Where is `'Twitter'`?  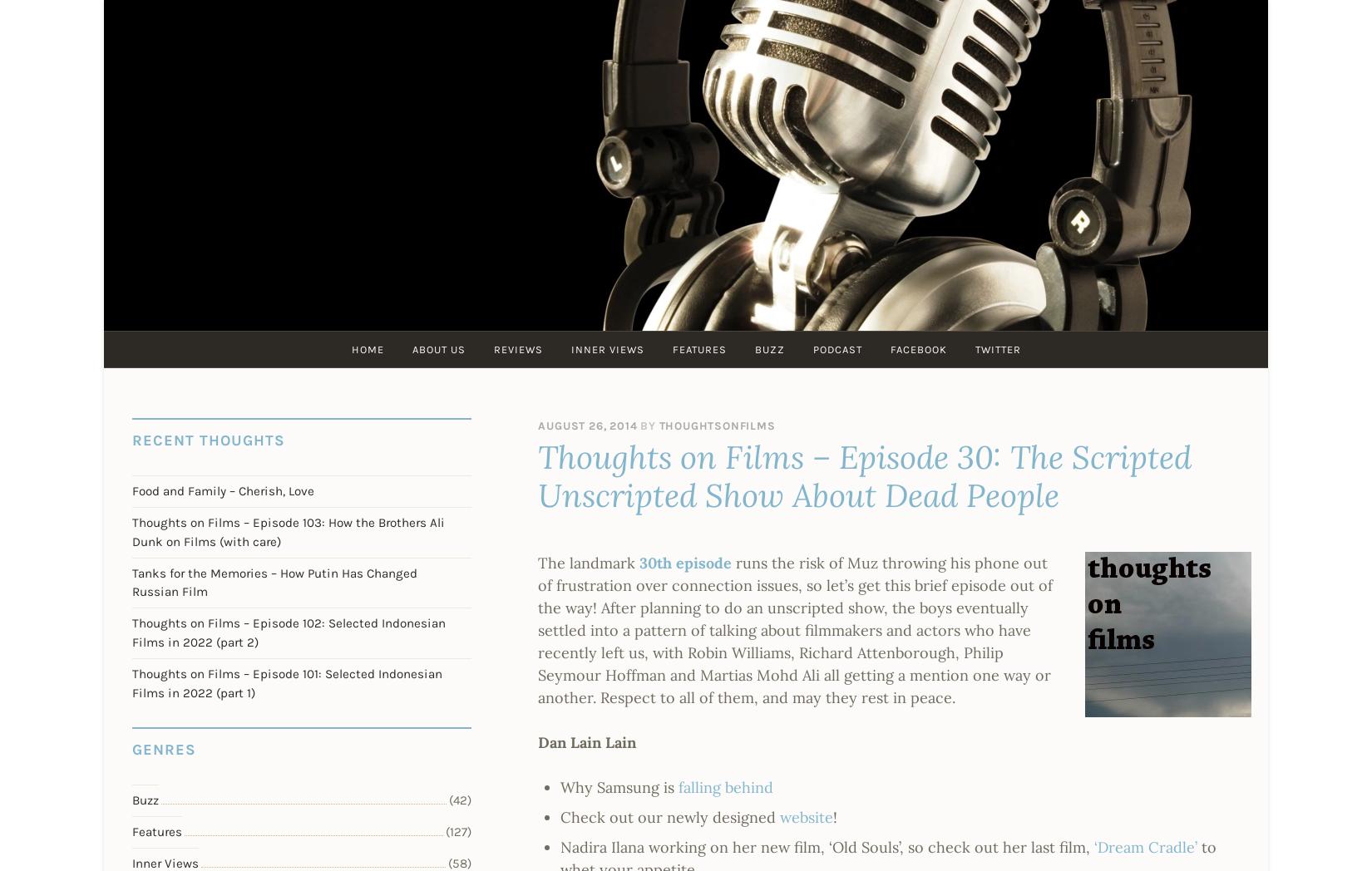
'Twitter' is located at coordinates (997, 349).